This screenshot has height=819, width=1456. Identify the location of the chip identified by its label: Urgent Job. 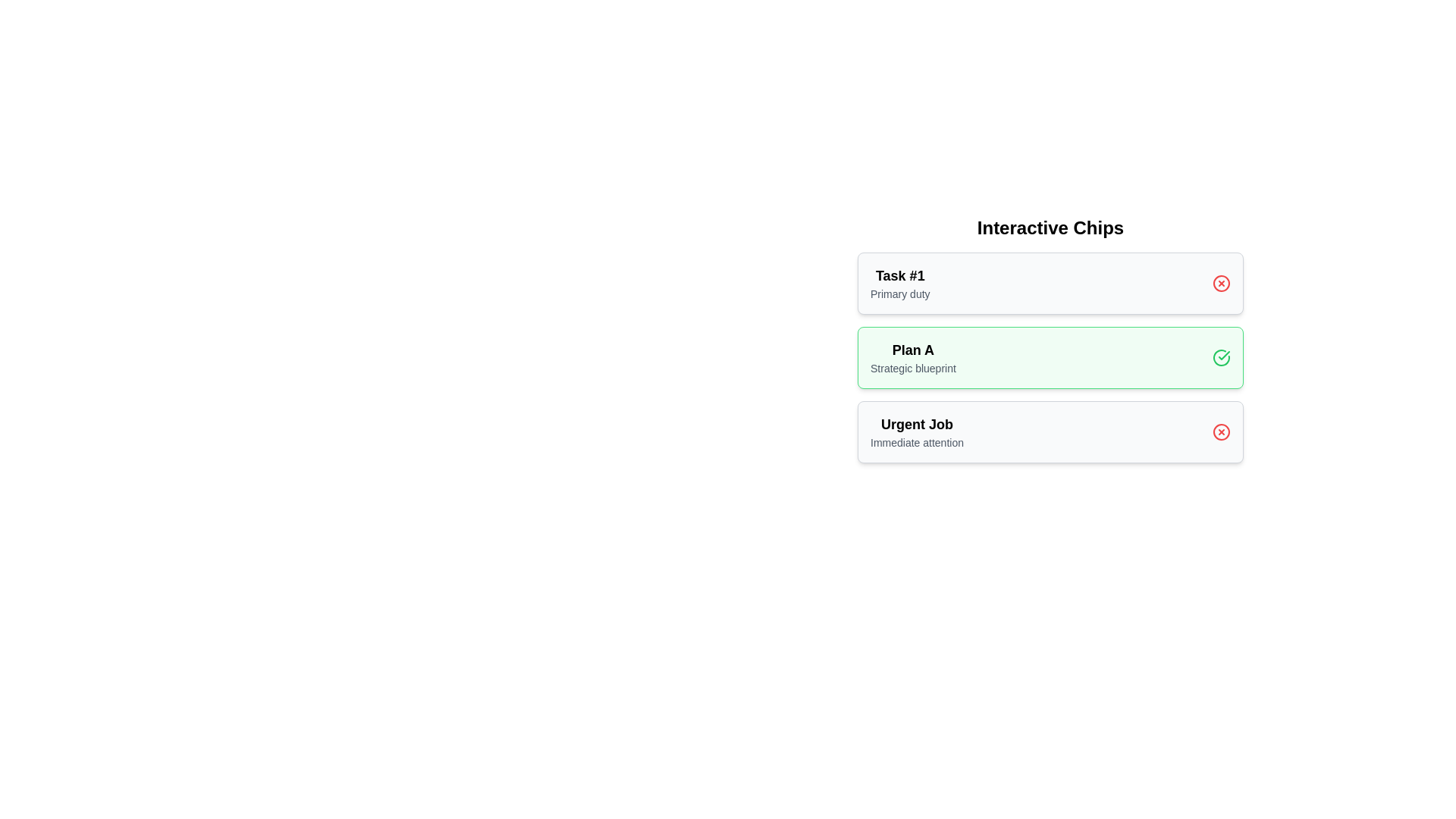
(1222, 432).